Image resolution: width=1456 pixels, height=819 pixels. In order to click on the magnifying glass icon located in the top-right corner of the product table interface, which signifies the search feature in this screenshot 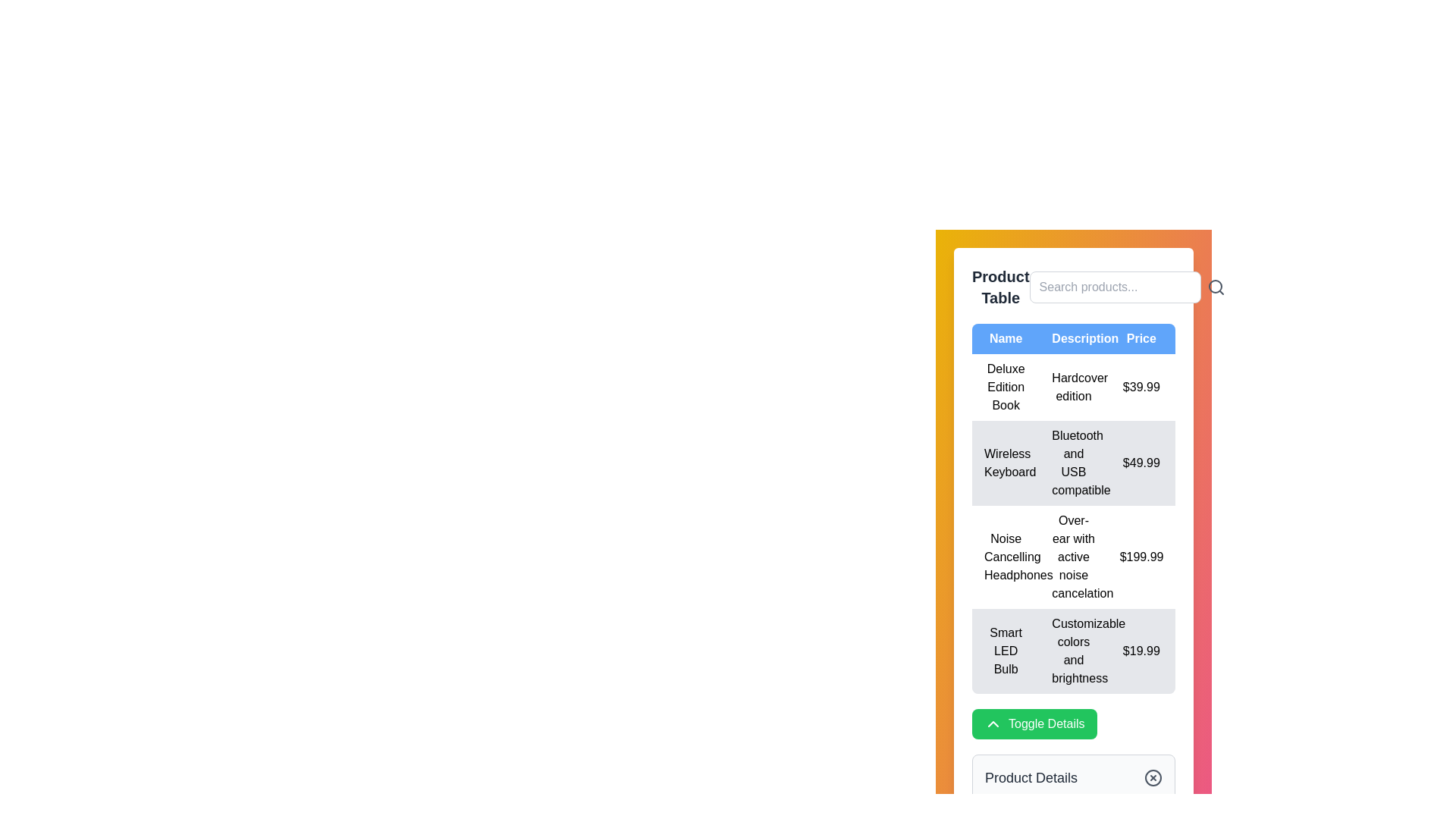, I will do `click(1215, 287)`.